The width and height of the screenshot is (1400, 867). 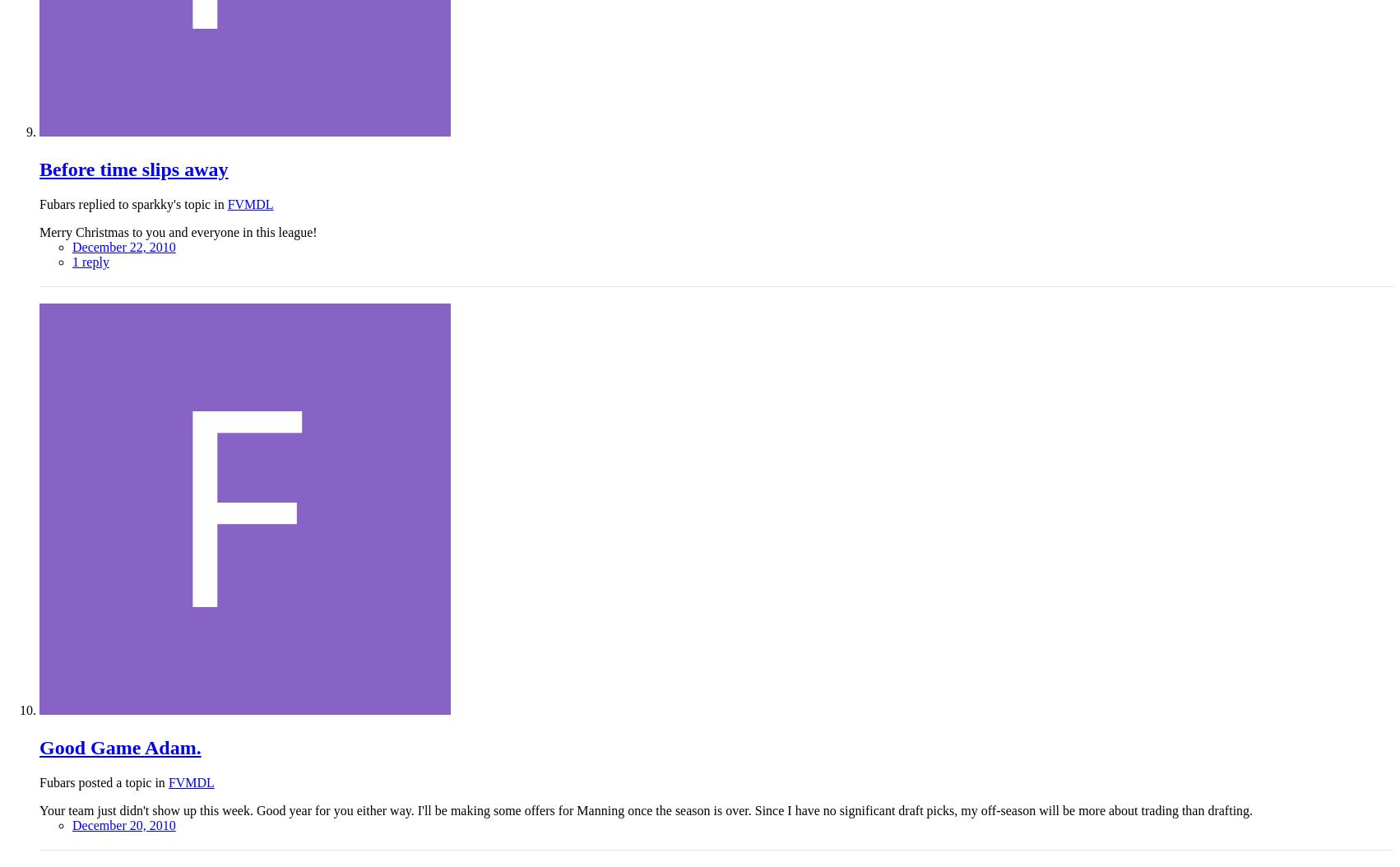 I want to click on '1 reply', so click(x=72, y=262).